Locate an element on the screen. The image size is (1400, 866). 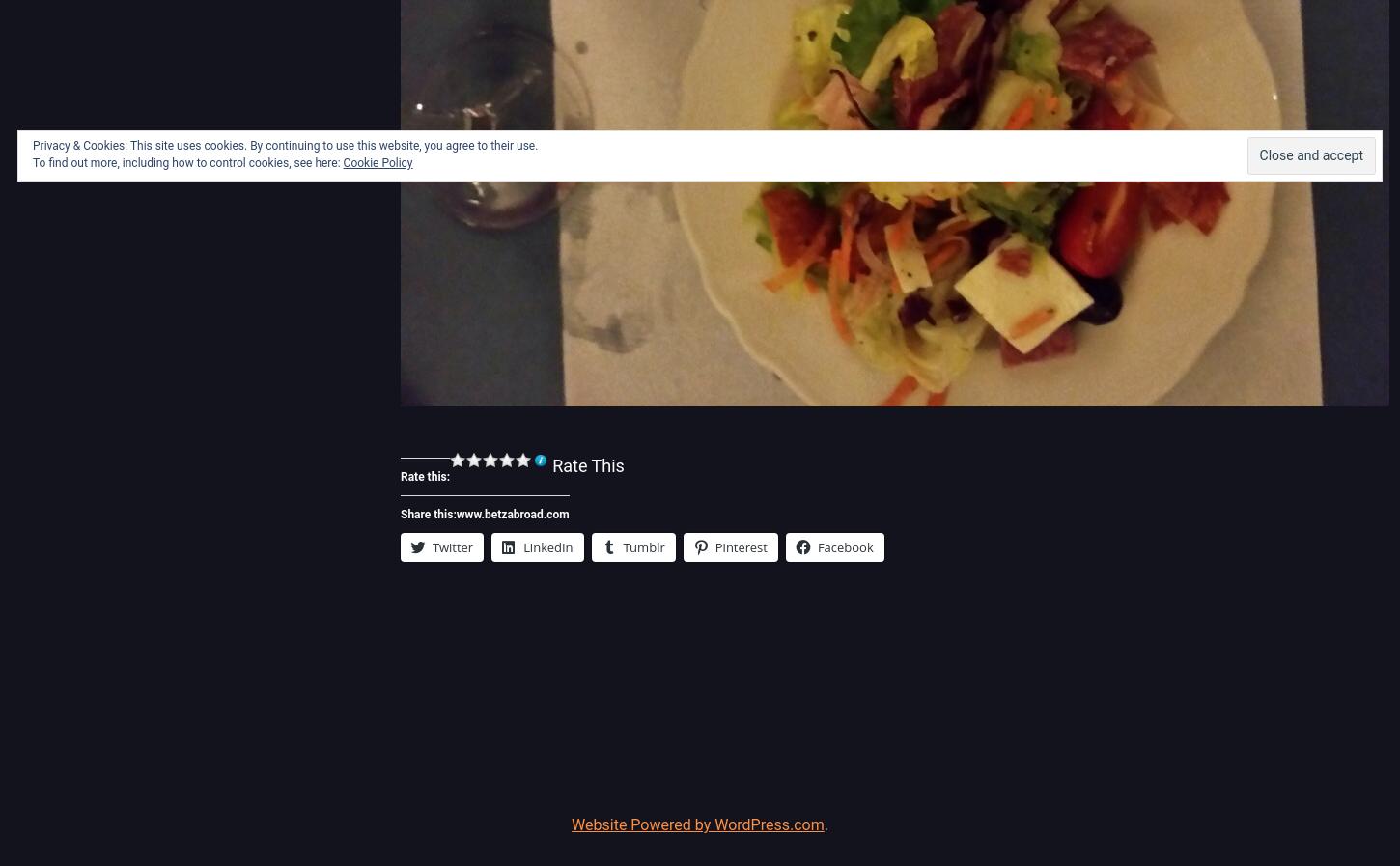
'Privacy & Cookies: This site uses cookies. By continuing to use this website, you agree to their use.' is located at coordinates (285, 144).